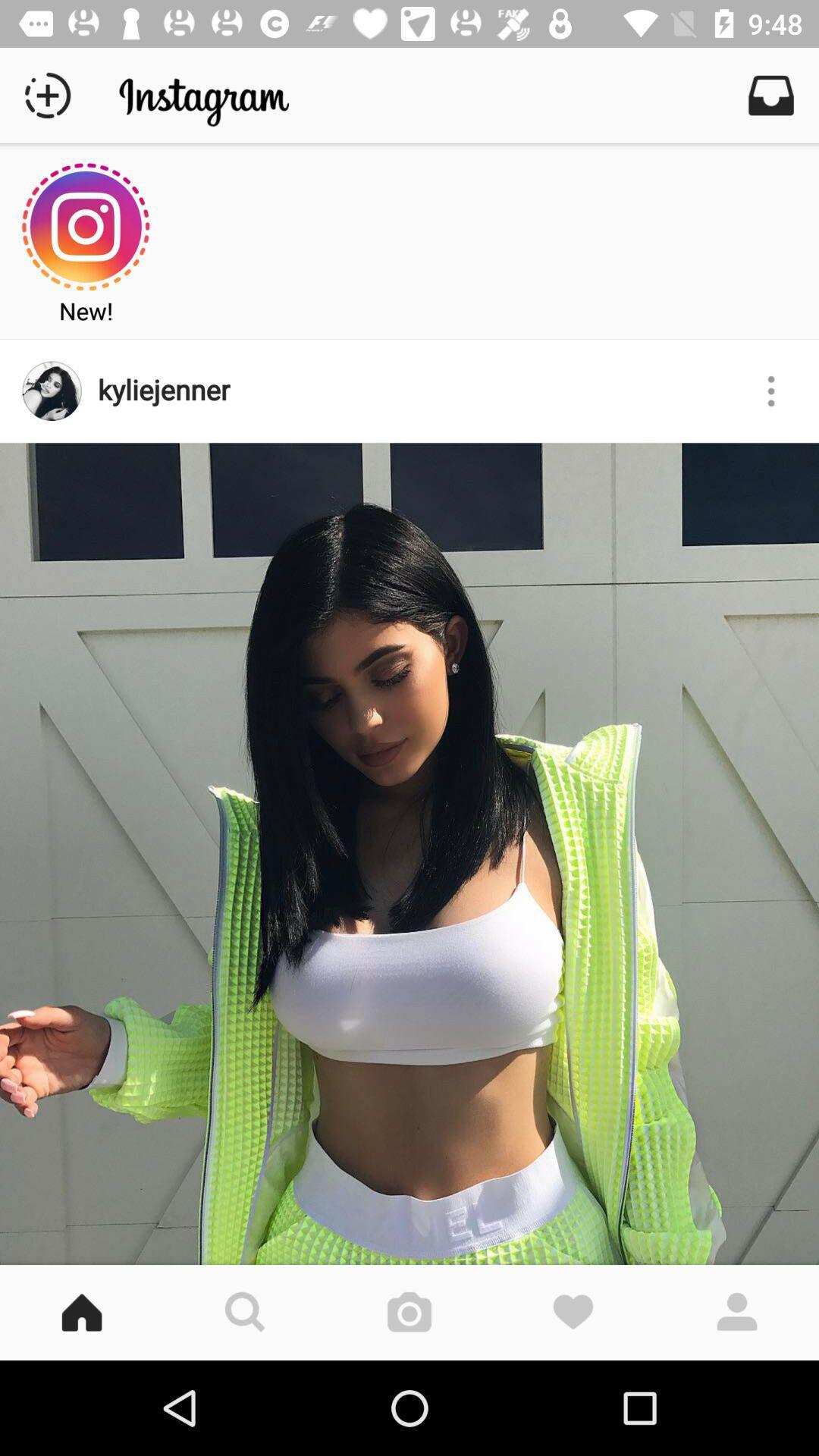 The image size is (819, 1456). I want to click on the add icon, so click(46, 94).